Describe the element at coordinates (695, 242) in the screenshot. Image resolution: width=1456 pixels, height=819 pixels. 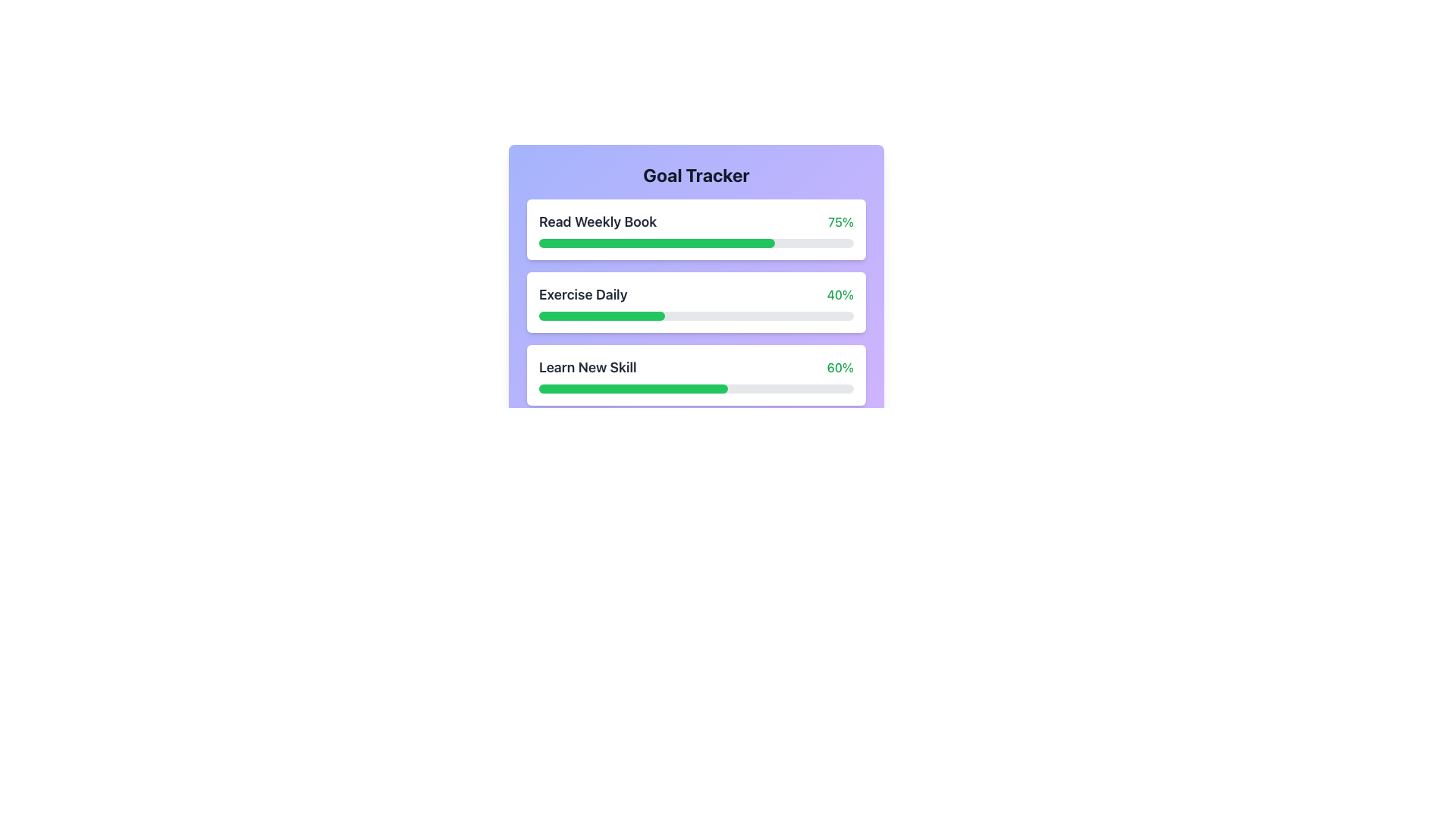
I see `the progress bar indicating 75% completion for the task 'Read Weekly Book', located below the text and percentage indicator within the card section` at that location.